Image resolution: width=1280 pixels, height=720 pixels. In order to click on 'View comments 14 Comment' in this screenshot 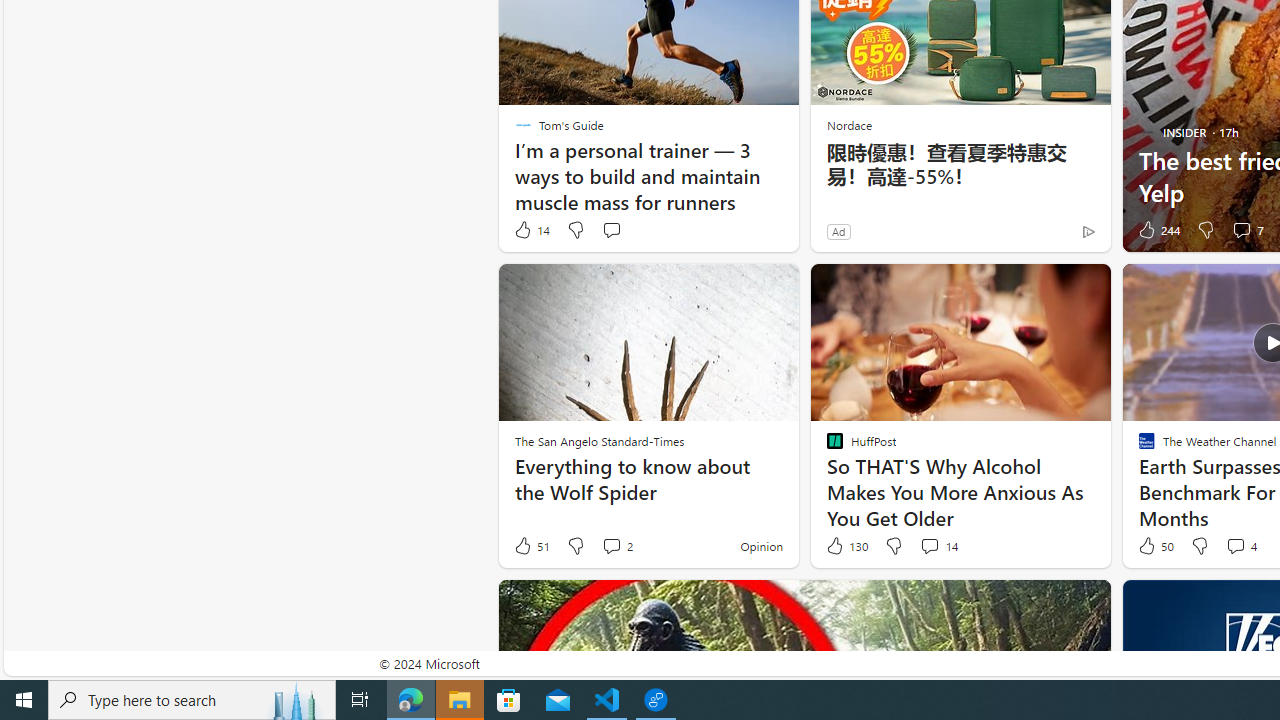, I will do `click(928, 545)`.